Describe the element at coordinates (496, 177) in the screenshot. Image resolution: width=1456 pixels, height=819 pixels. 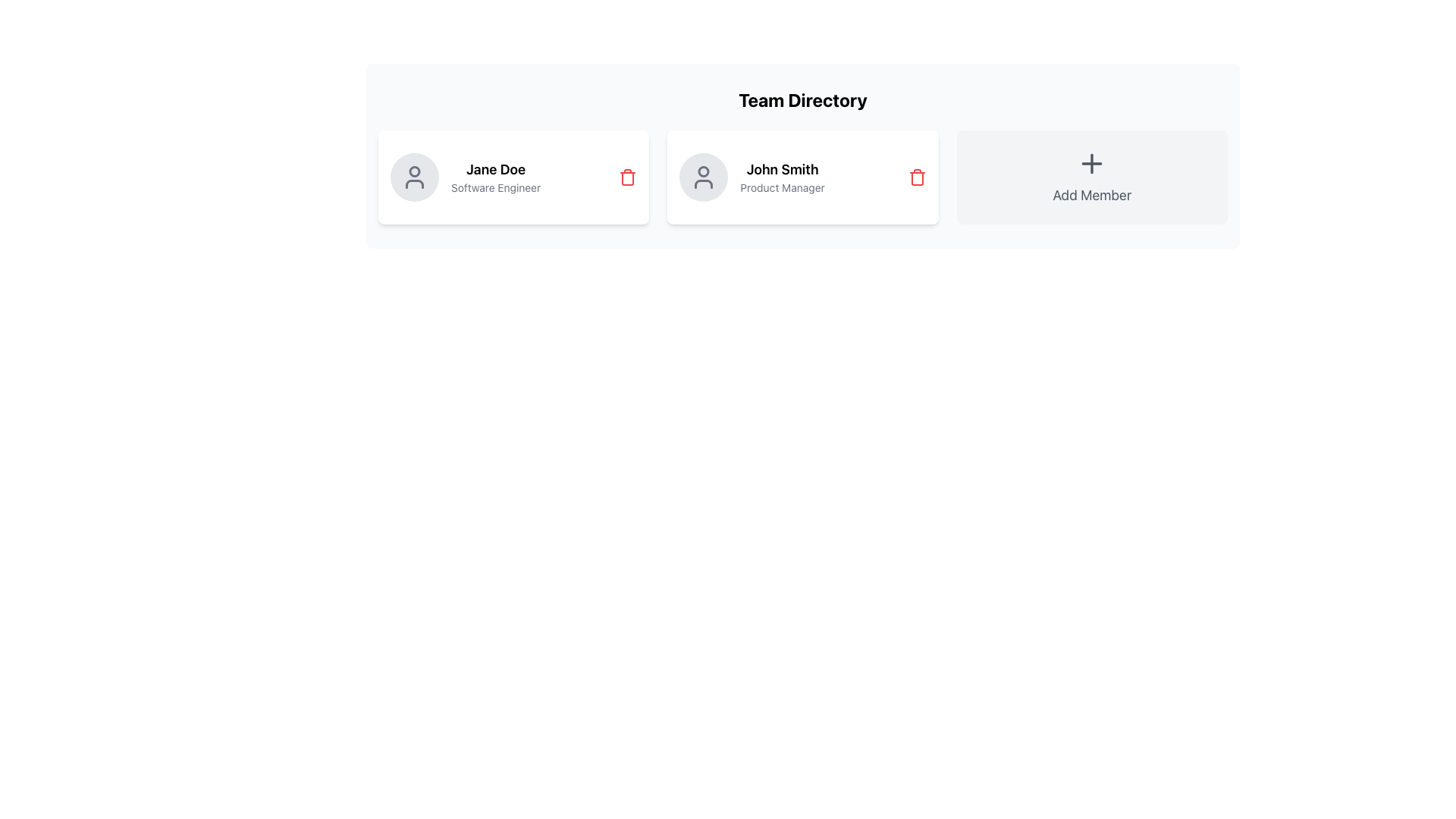
I see `the Text Label containing the name 'Jane Doe' and the title 'Software Engineer', located in the first card's center-right, adjacent to an avatar and a delete icon` at that location.